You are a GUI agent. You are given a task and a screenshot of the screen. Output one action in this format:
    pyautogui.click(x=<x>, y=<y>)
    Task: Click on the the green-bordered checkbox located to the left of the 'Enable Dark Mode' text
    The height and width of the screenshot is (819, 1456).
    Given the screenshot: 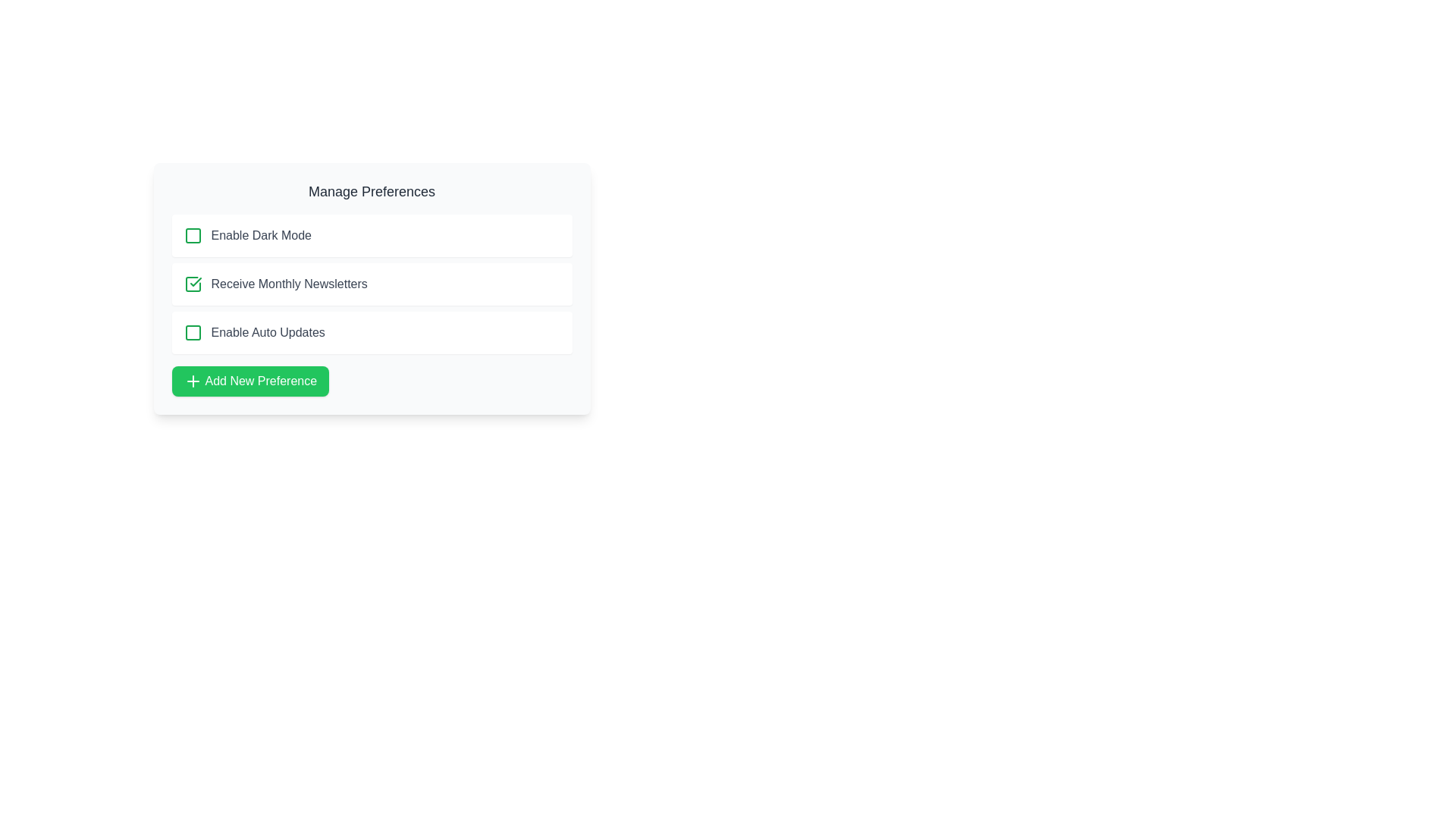 What is the action you would take?
    pyautogui.click(x=192, y=236)
    